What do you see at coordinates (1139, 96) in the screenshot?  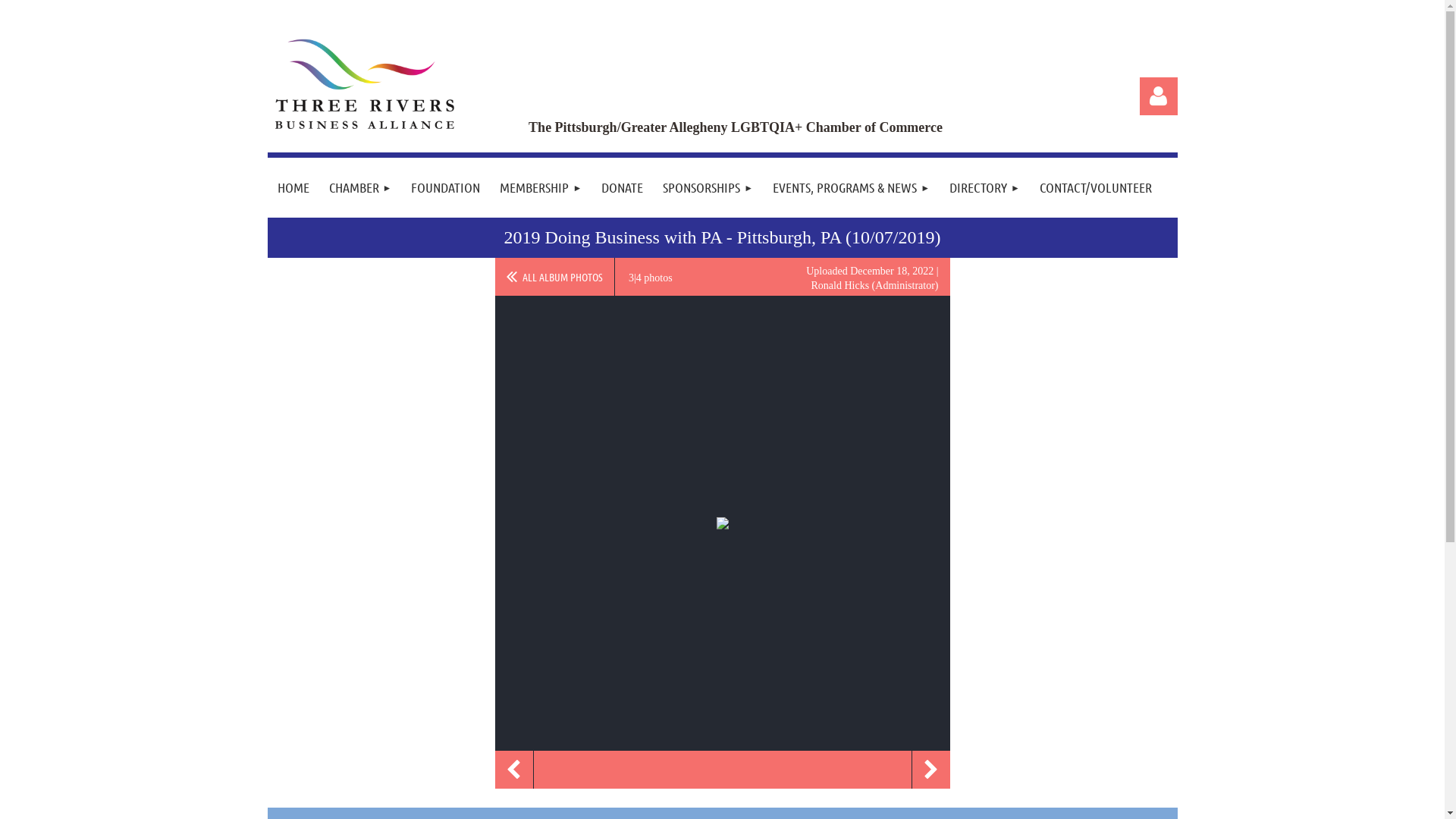 I see `'Log in'` at bounding box center [1139, 96].